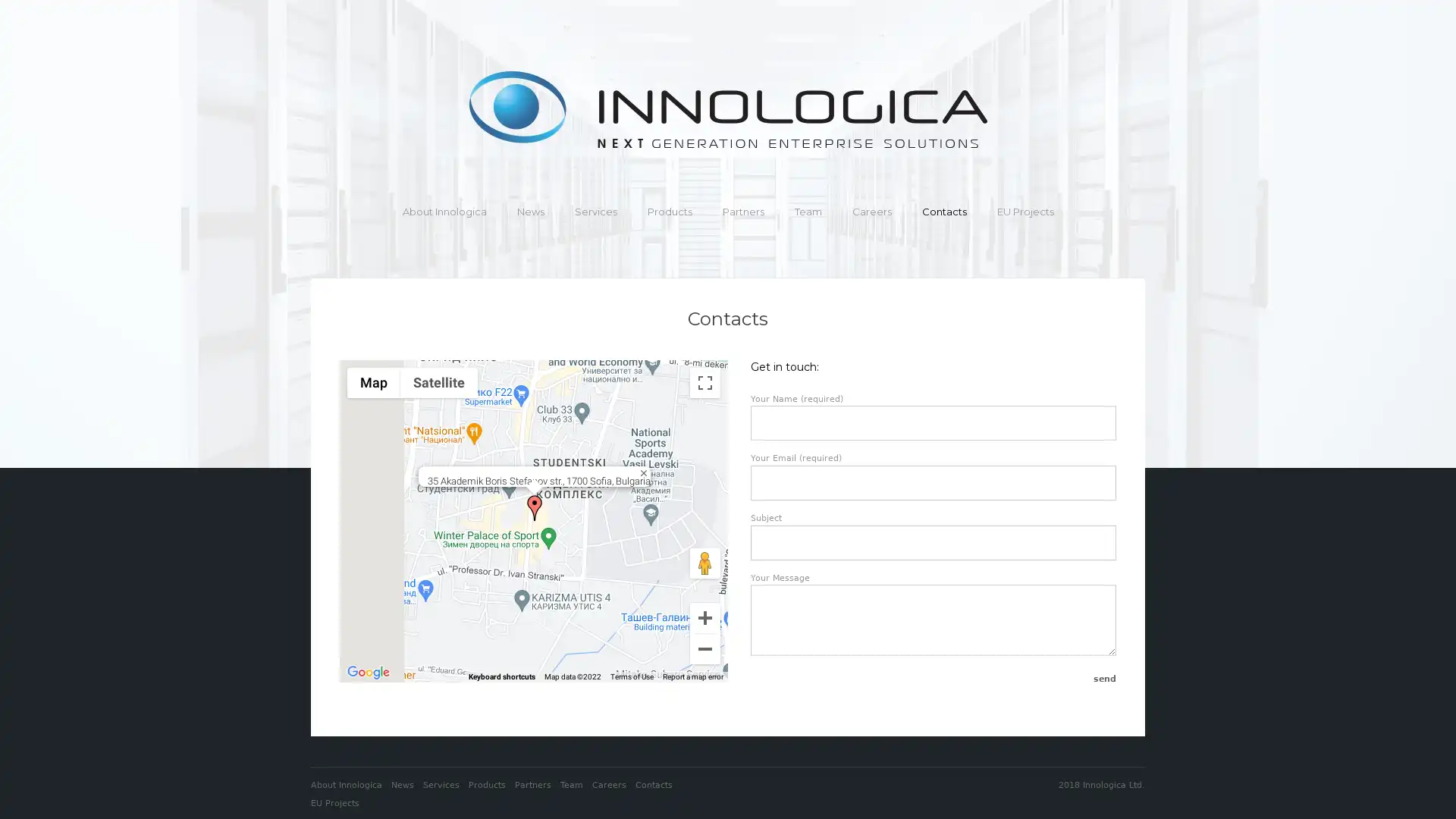 The image size is (1456, 819). I want to click on Close, so click(644, 472).